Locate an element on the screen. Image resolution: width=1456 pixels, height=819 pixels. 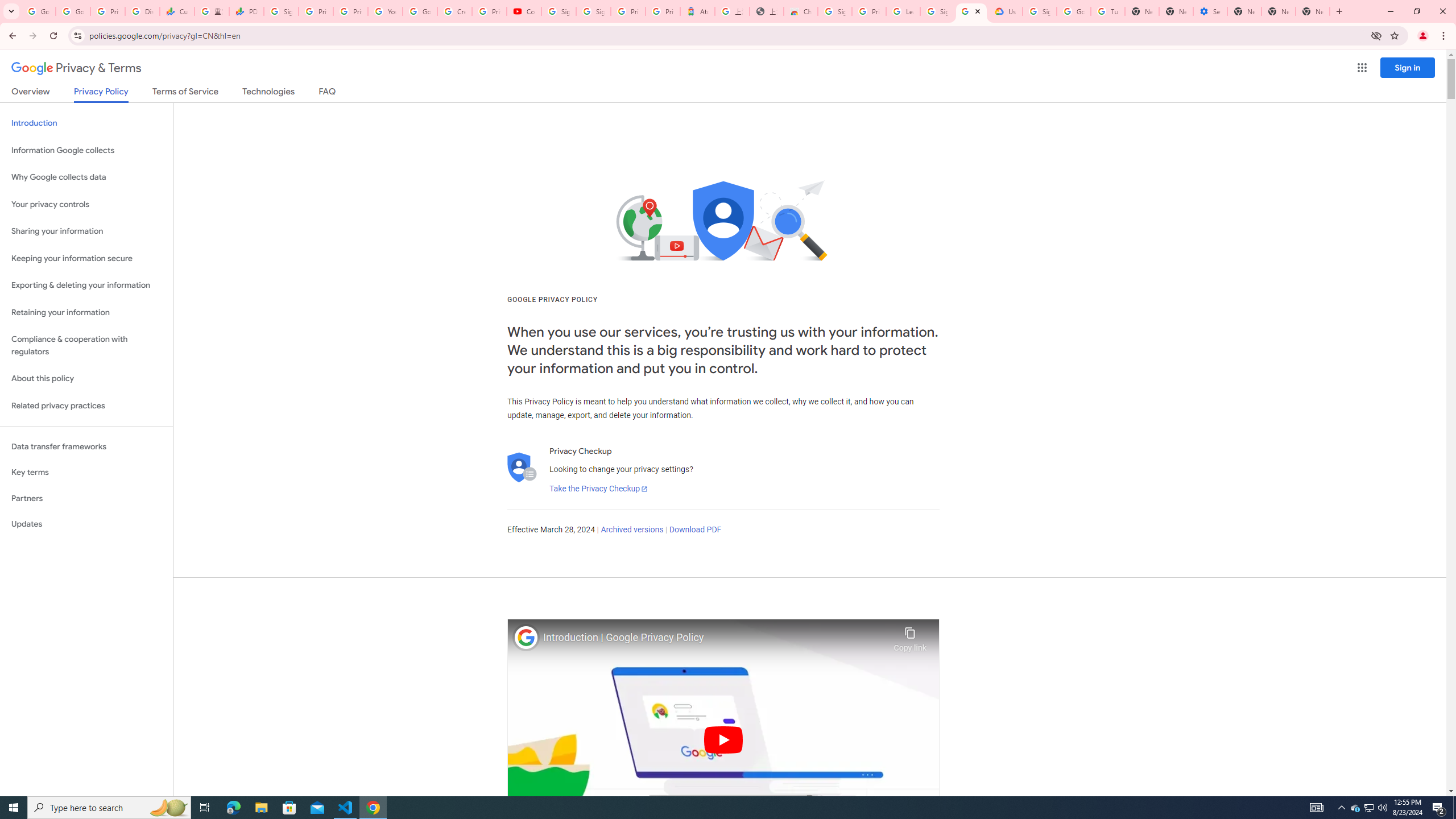
'Download PDF' is located at coordinates (695, 529).